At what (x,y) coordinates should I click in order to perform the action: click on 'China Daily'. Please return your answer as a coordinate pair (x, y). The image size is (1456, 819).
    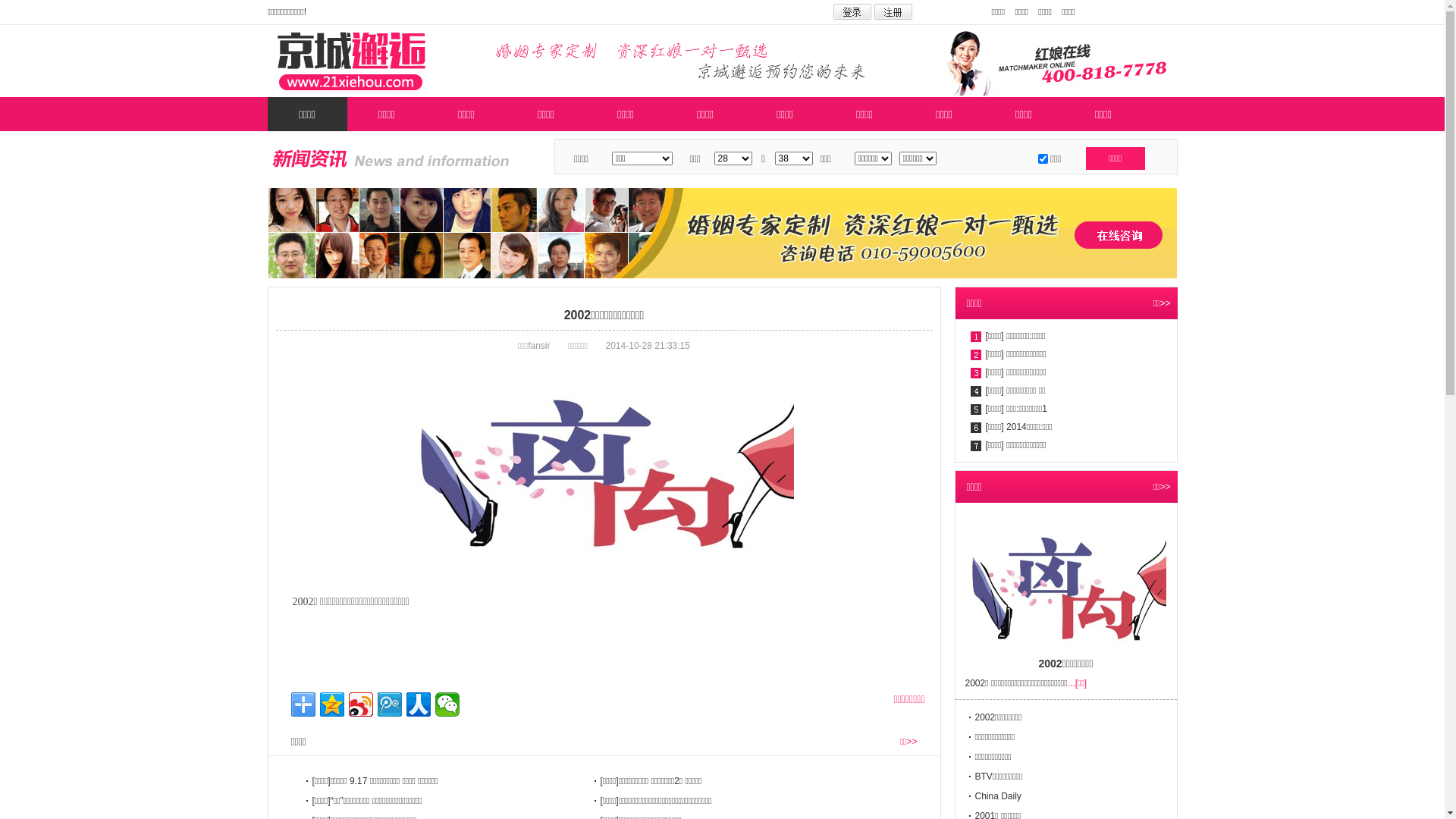
    Looking at the image, I should click on (998, 795).